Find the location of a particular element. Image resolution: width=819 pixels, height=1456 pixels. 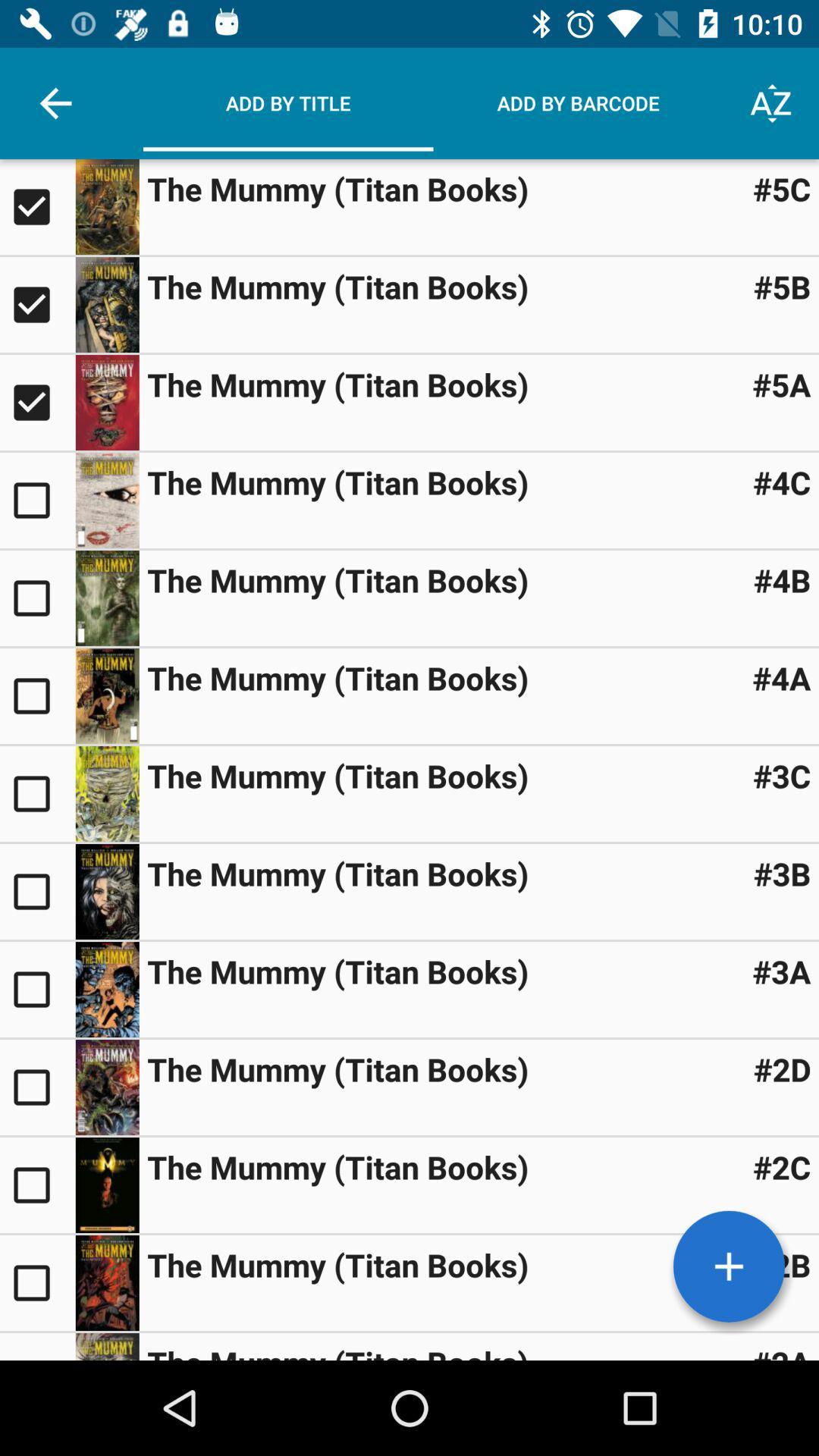

open book is located at coordinates (36, 792).